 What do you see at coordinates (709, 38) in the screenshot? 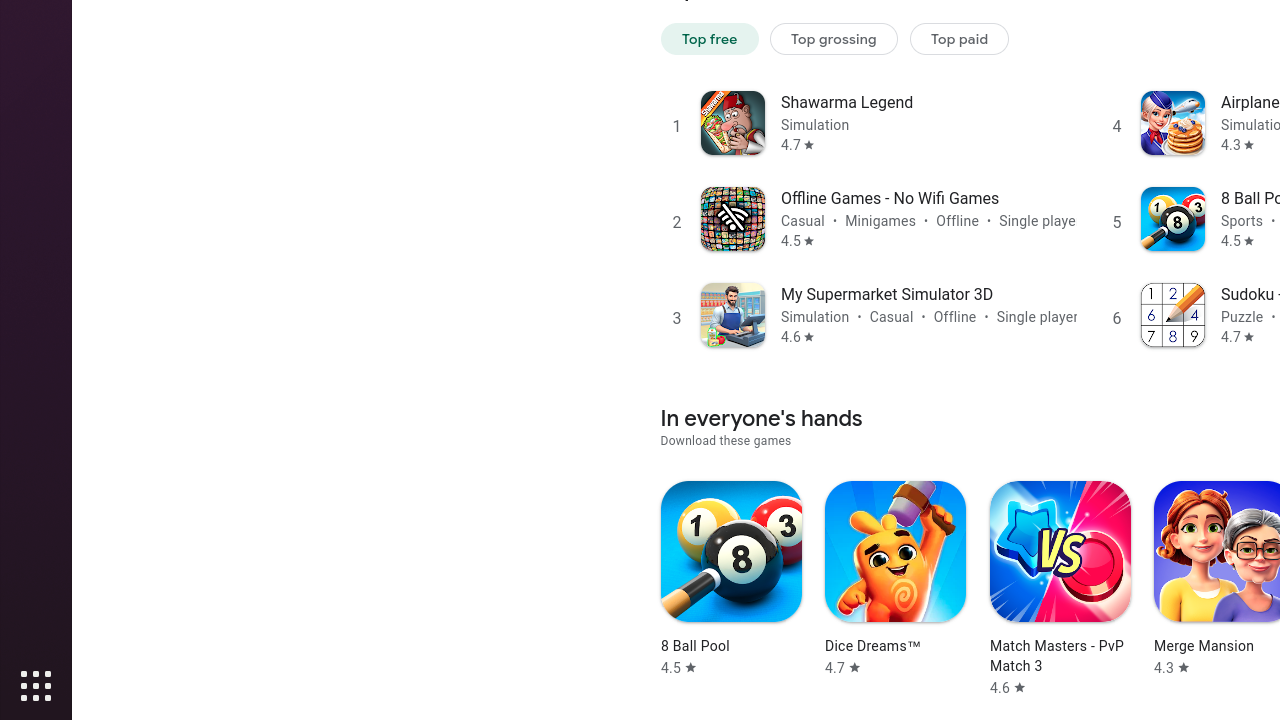
I see `'Top free'` at bounding box center [709, 38].